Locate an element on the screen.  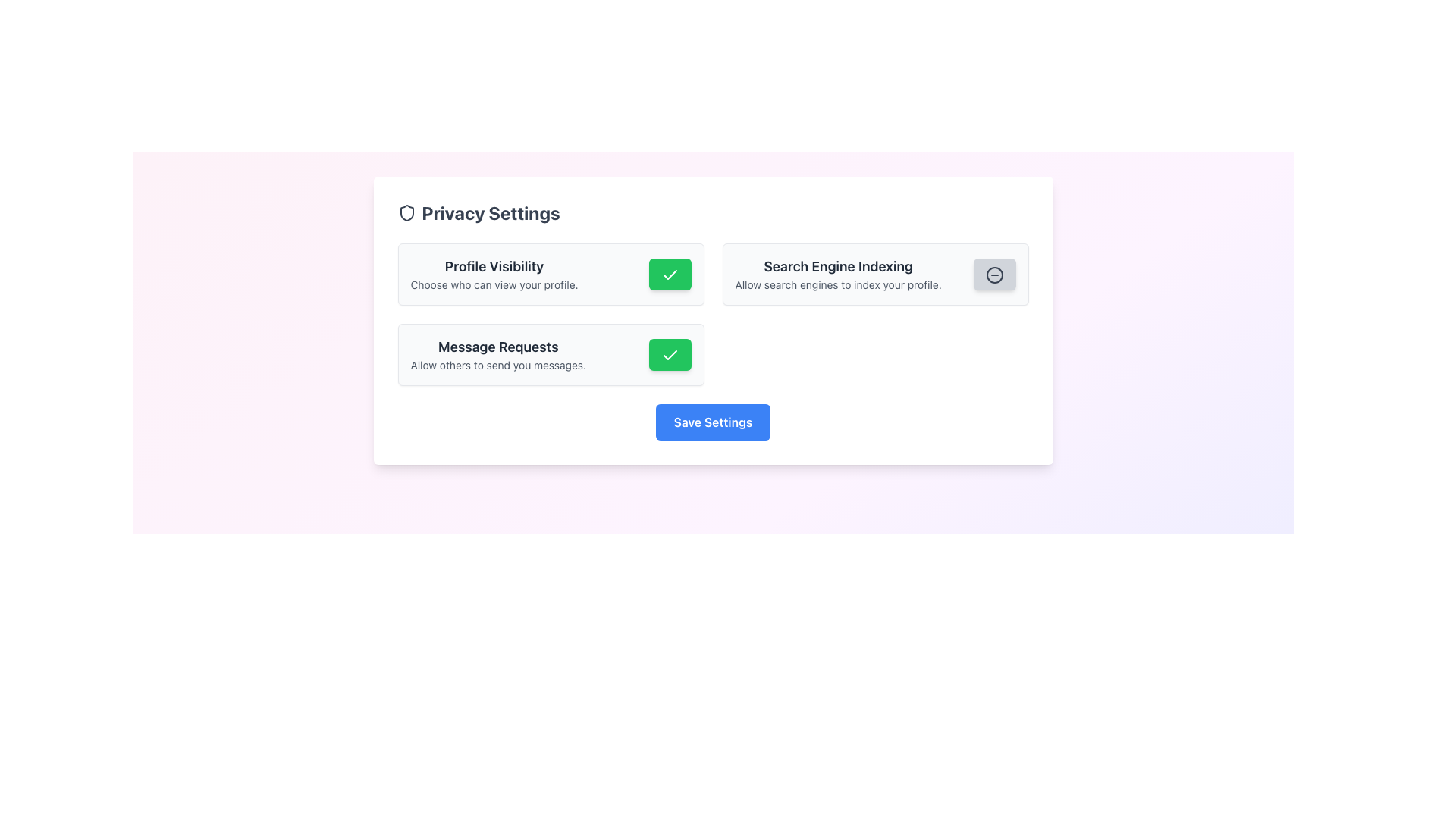
the toggle button for profile visibility, located to the right of 'Choose who can view your profile', to observe a visual transition effect is located at coordinates (669, 275).